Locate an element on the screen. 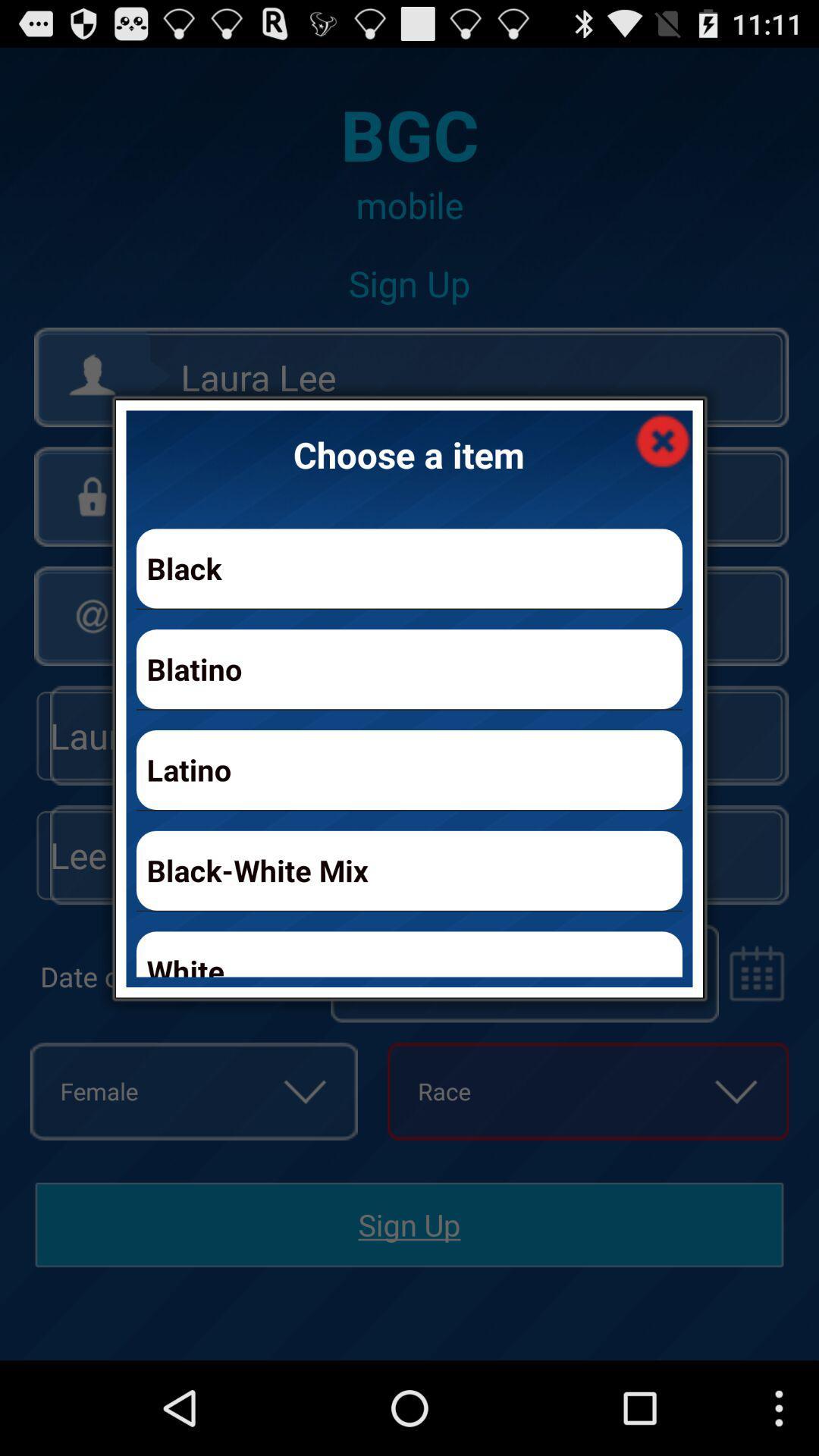 The width and height of the screenshot is (819, 1456). the latino icon is located at coordinates (409, 770).